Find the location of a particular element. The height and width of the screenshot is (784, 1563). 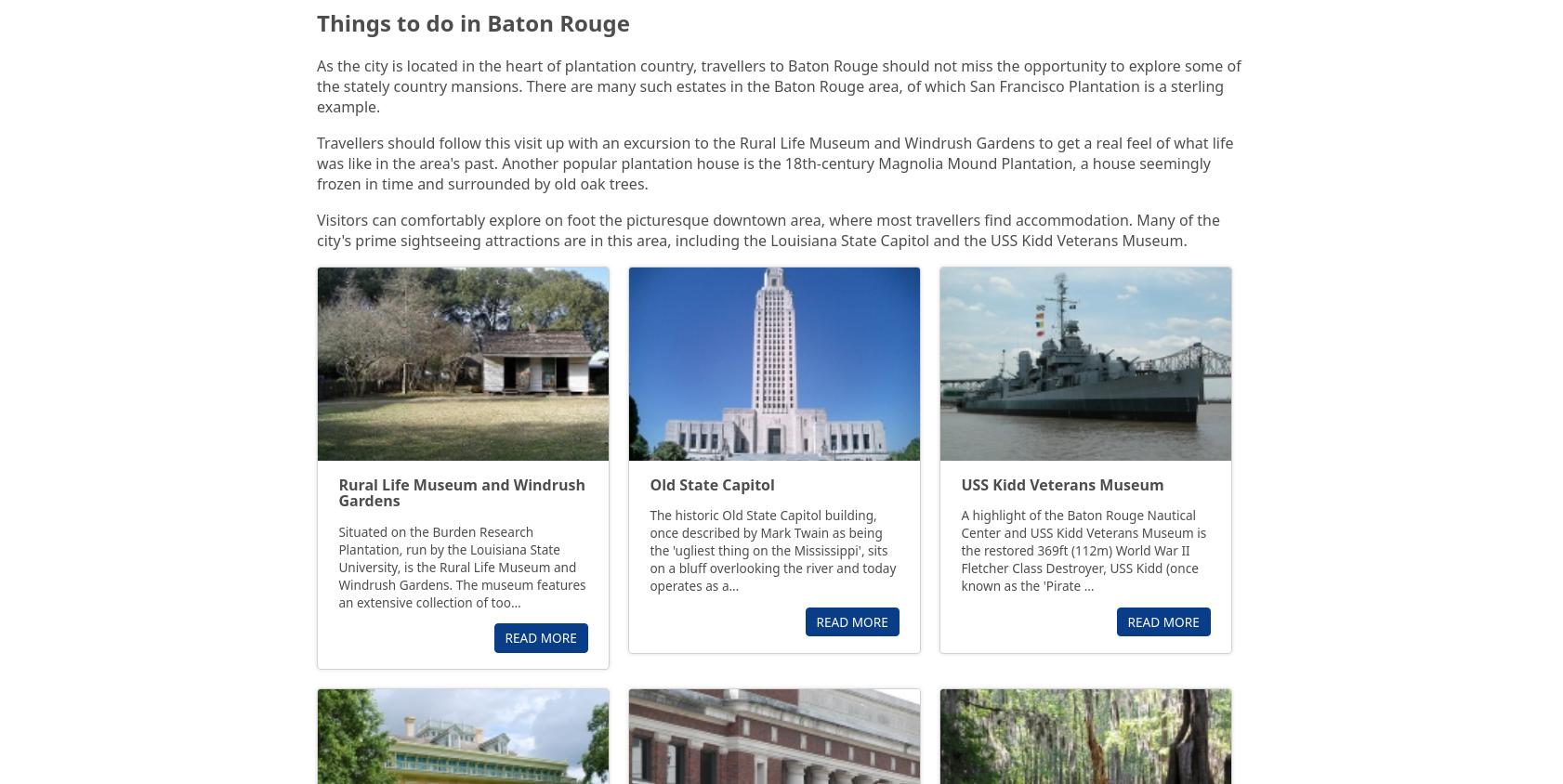

'USS Kidd Veterans Museum' is located at coordinates (1060, 483).